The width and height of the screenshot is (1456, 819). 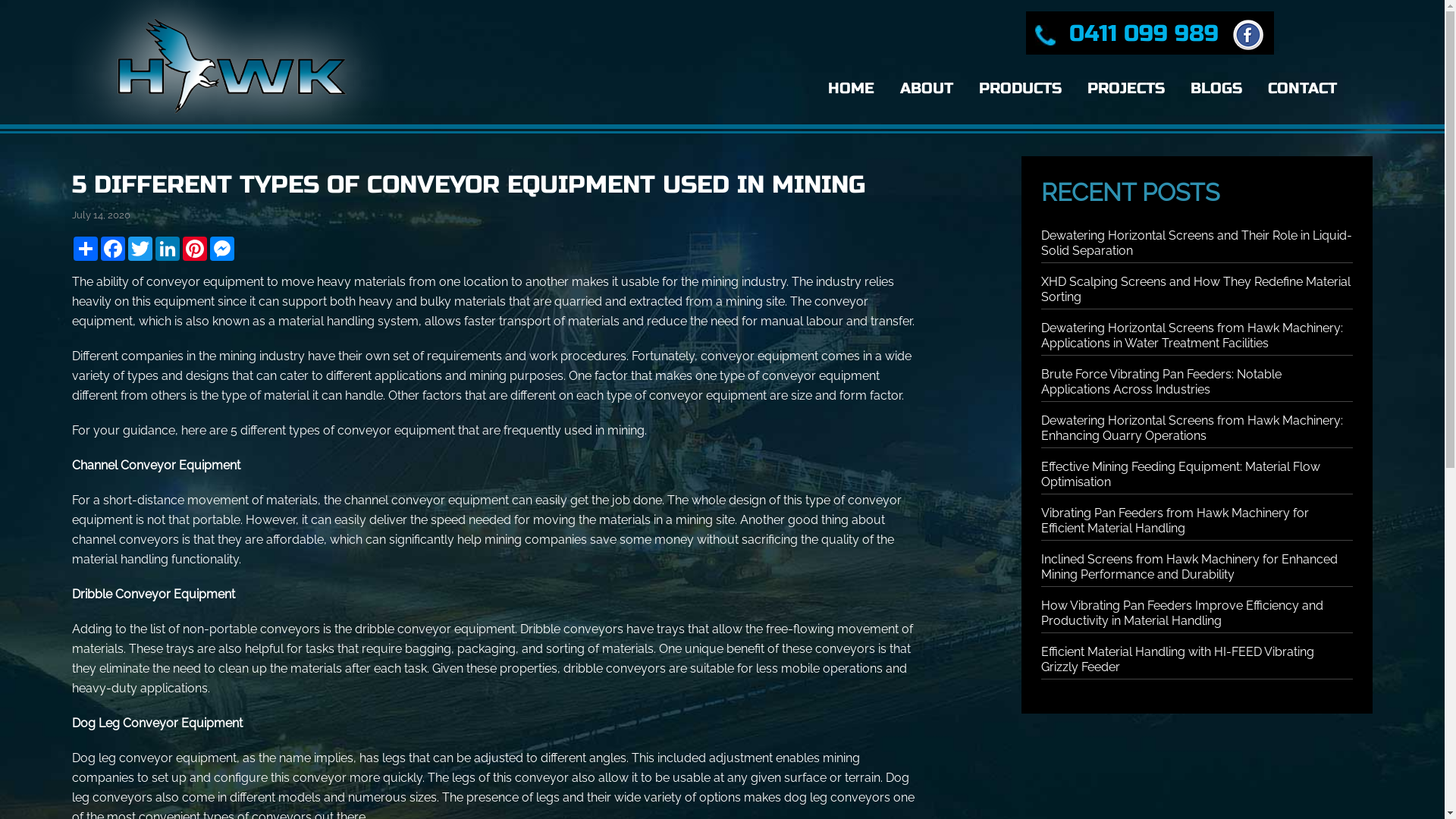 What do you see at coordinates (1125, 88) in the screenshot?
I see `'PROJECTS'` at bounding box center [1125, 88].